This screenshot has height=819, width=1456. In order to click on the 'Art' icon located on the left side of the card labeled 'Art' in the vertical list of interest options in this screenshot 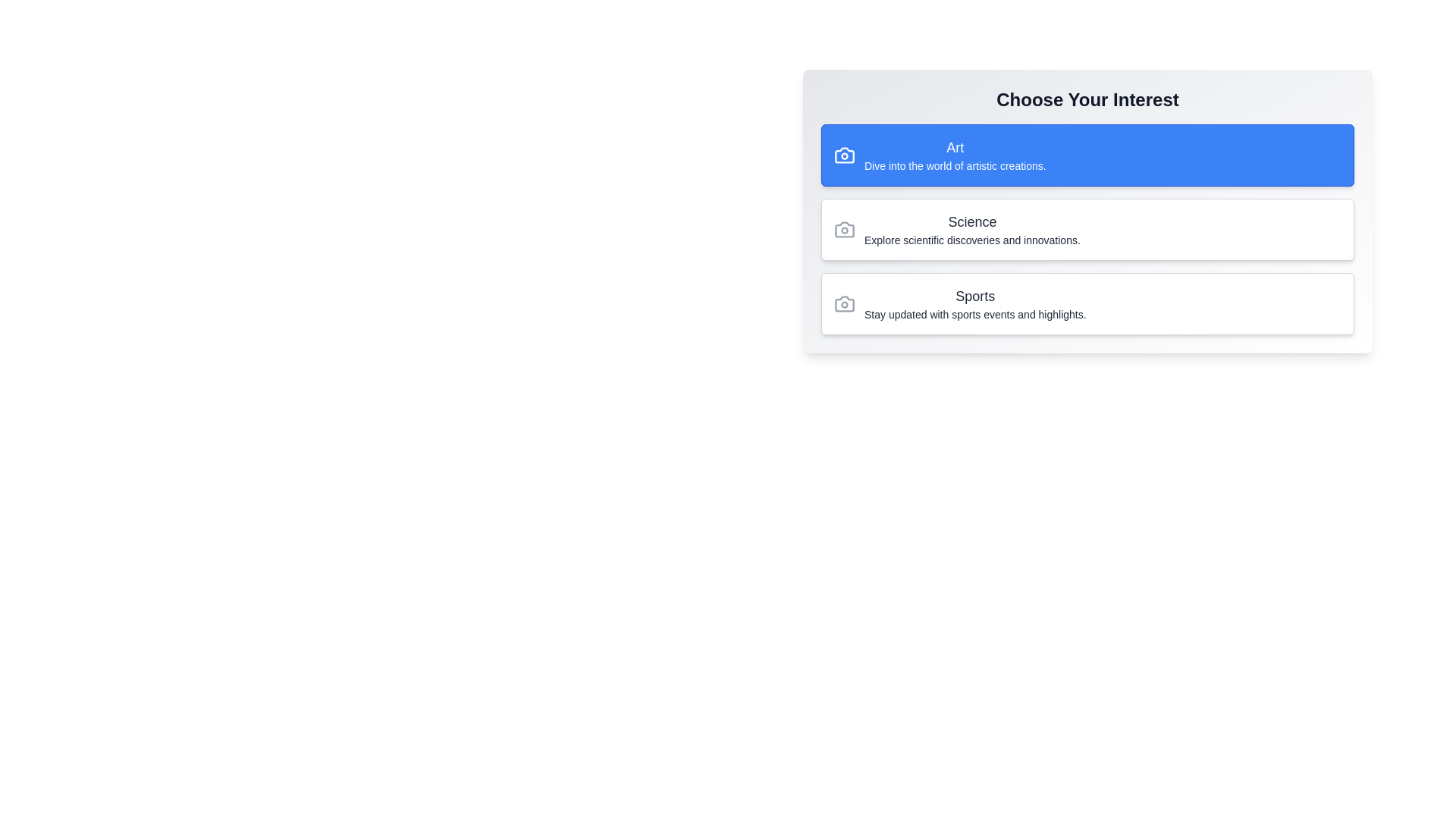, I will do `click(843, 155)`.